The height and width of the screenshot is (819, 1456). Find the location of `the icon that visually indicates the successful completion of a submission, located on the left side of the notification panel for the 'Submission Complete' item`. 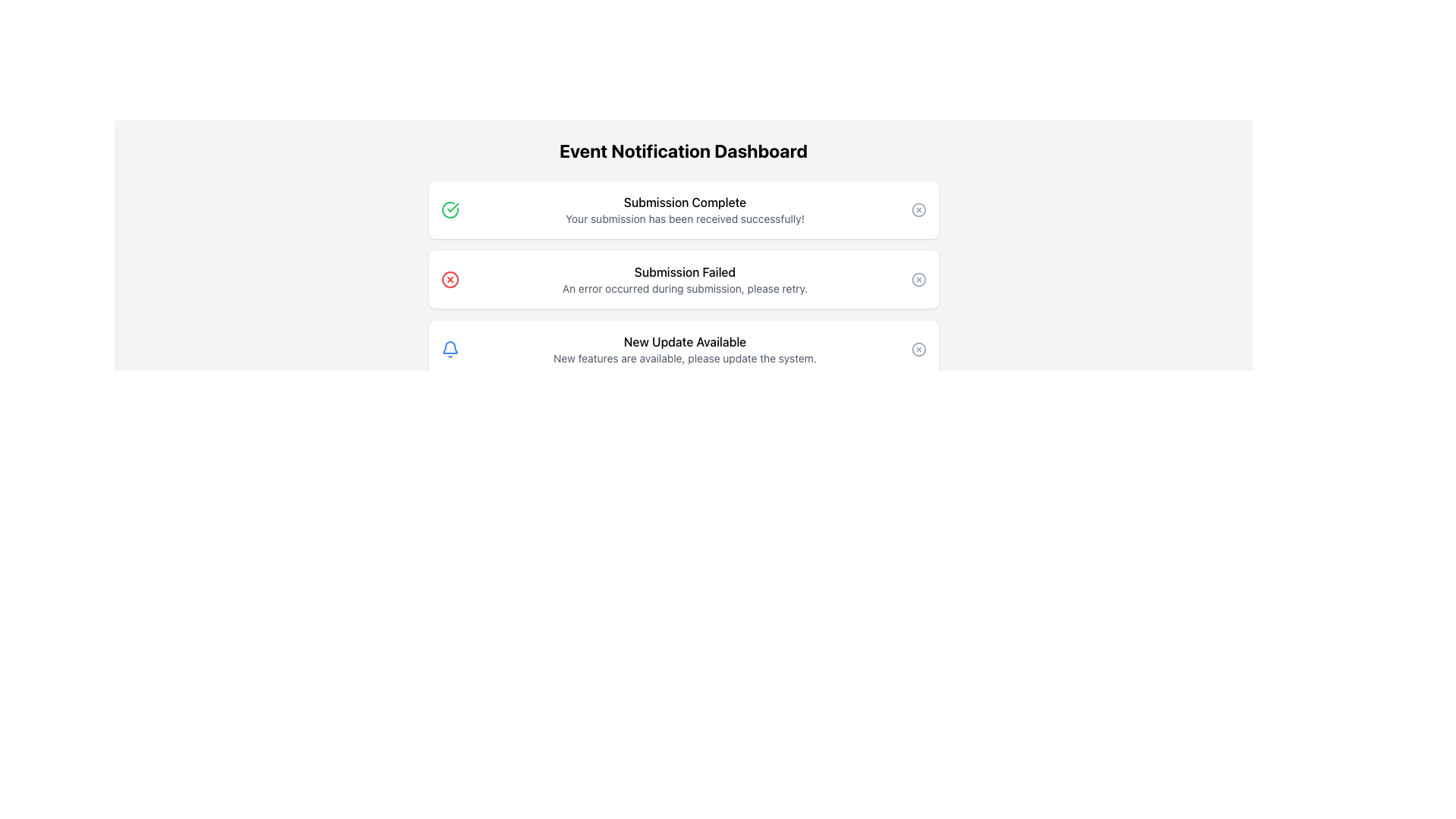

the icon that visually indicates the successful completion of a submission, located on the left side of the notification panel for the 'Submission Complete' item is located at coordinates (449, 210).